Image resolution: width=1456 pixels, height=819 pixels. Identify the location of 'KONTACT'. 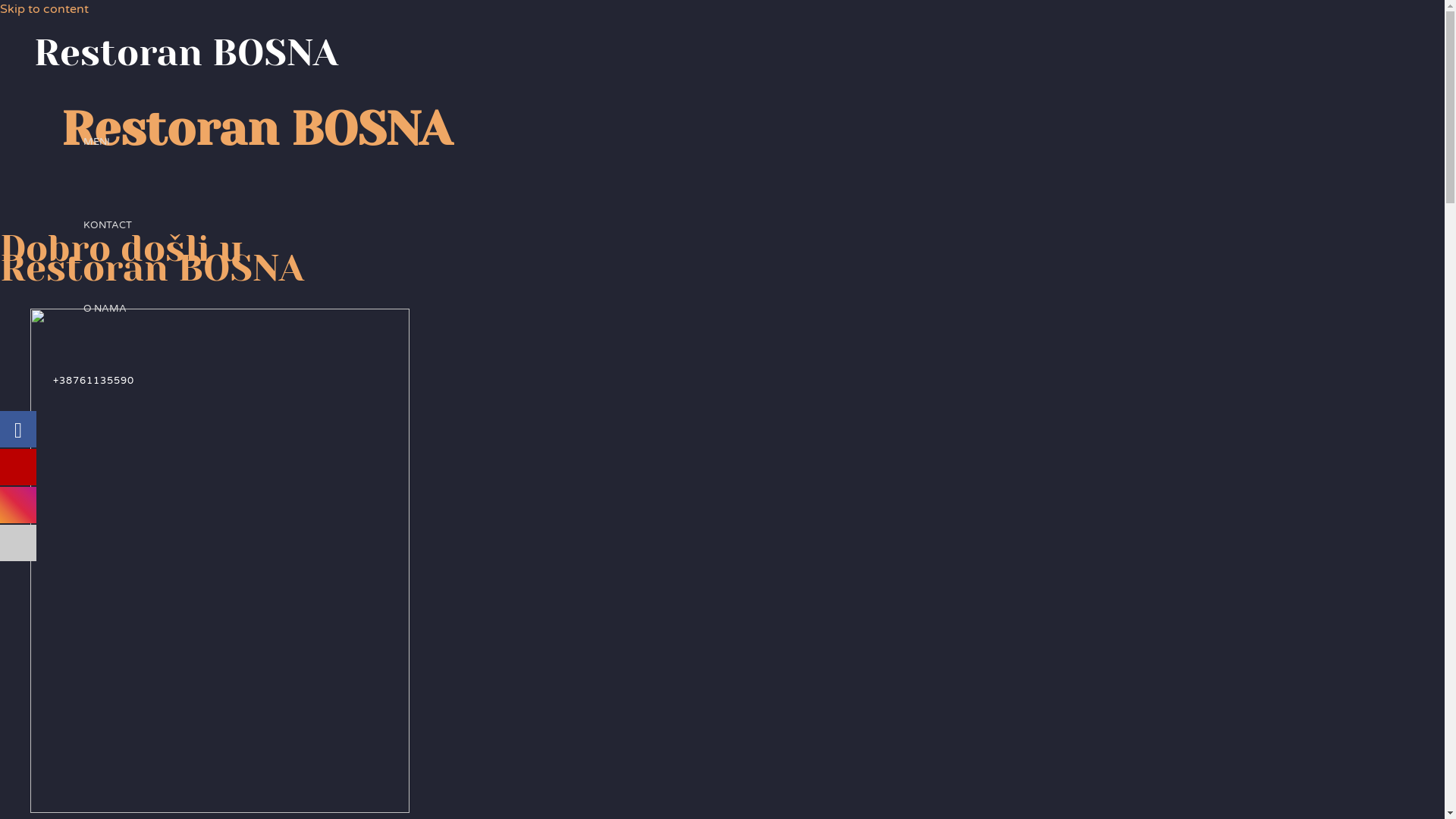
(107, 225).